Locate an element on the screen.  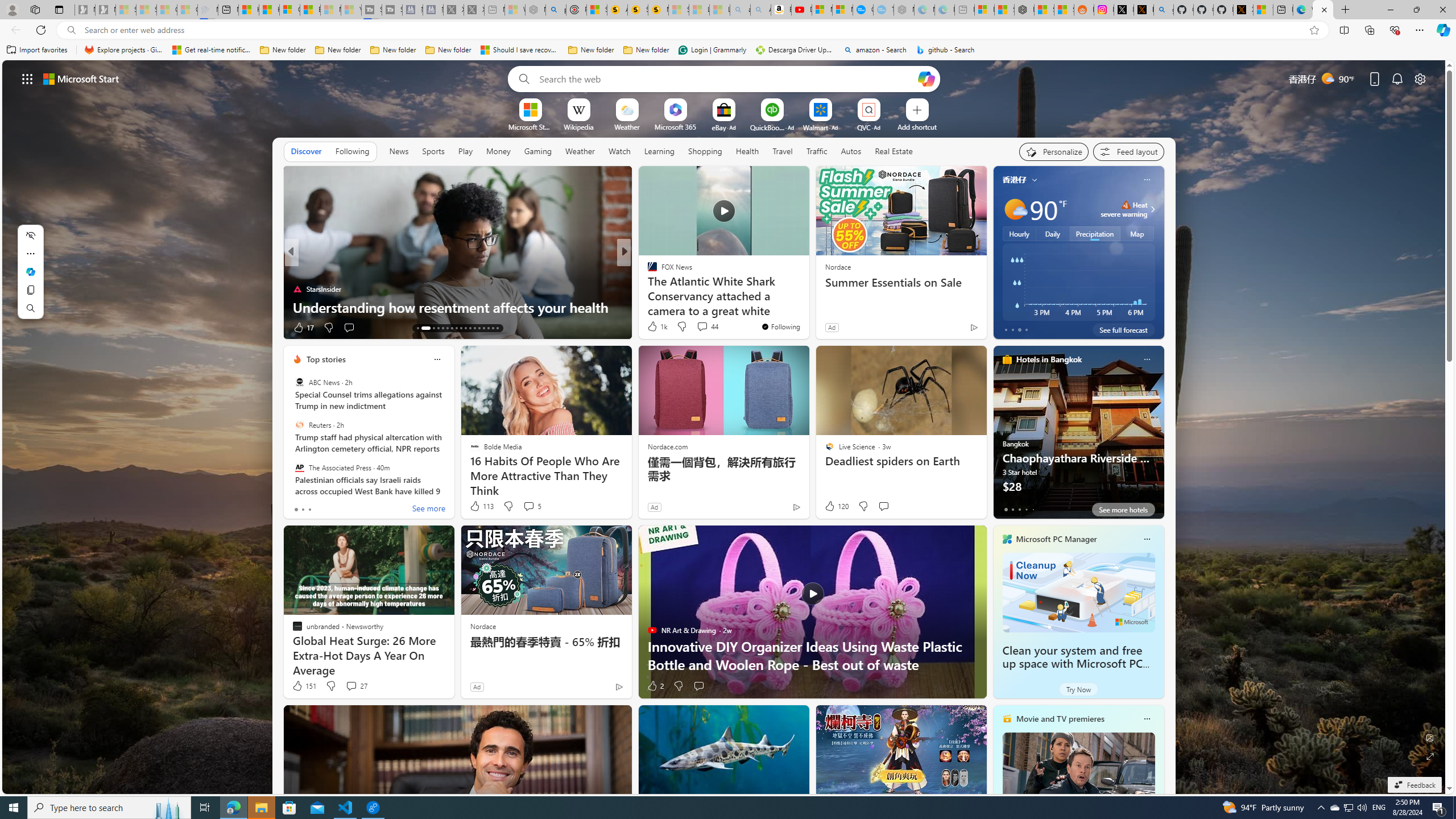
'tab-0' is located at coordinates (1004, 509).